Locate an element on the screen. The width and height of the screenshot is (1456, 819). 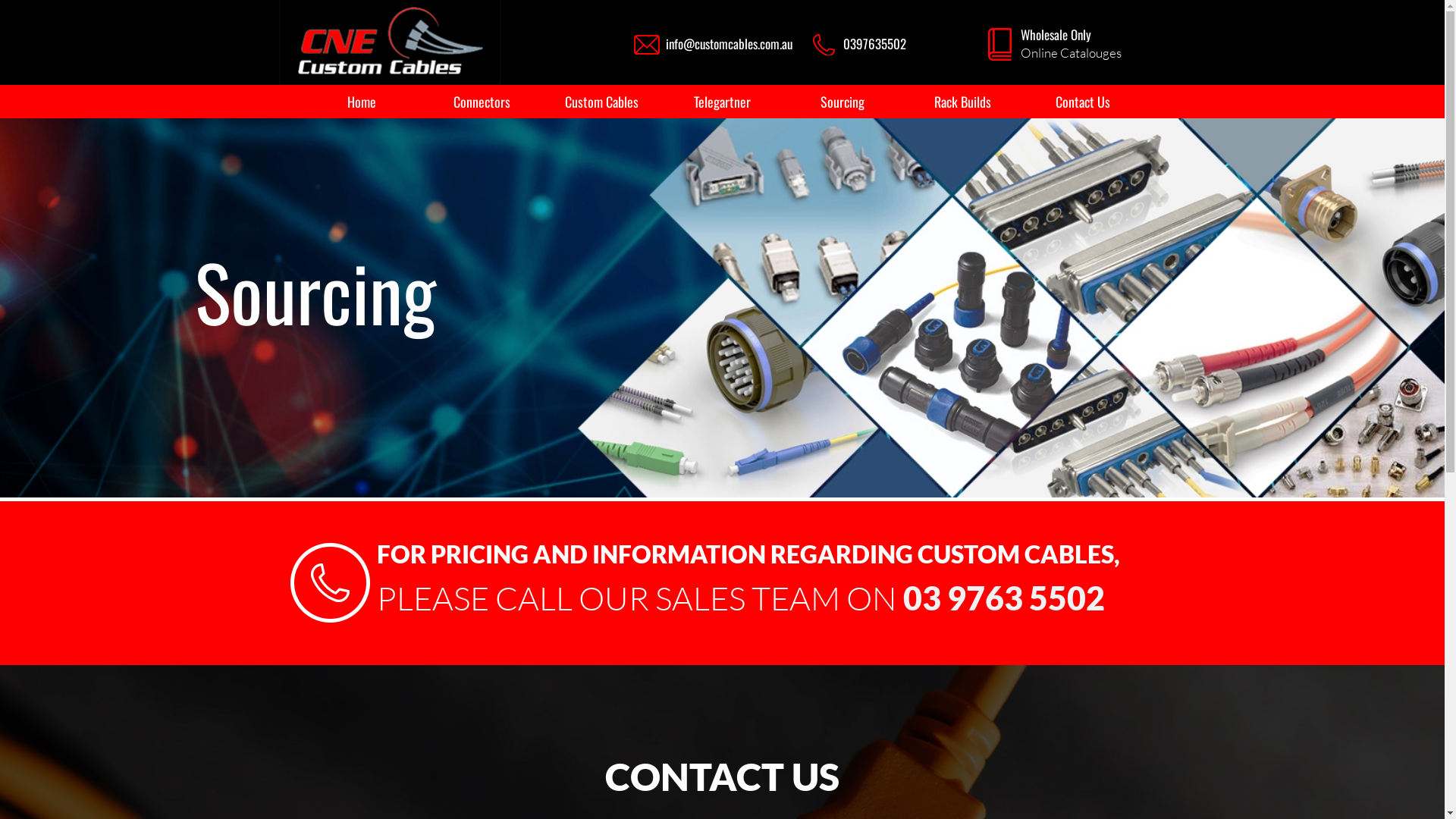
'03 9763 5502' is located at coordinates (1003, 597).